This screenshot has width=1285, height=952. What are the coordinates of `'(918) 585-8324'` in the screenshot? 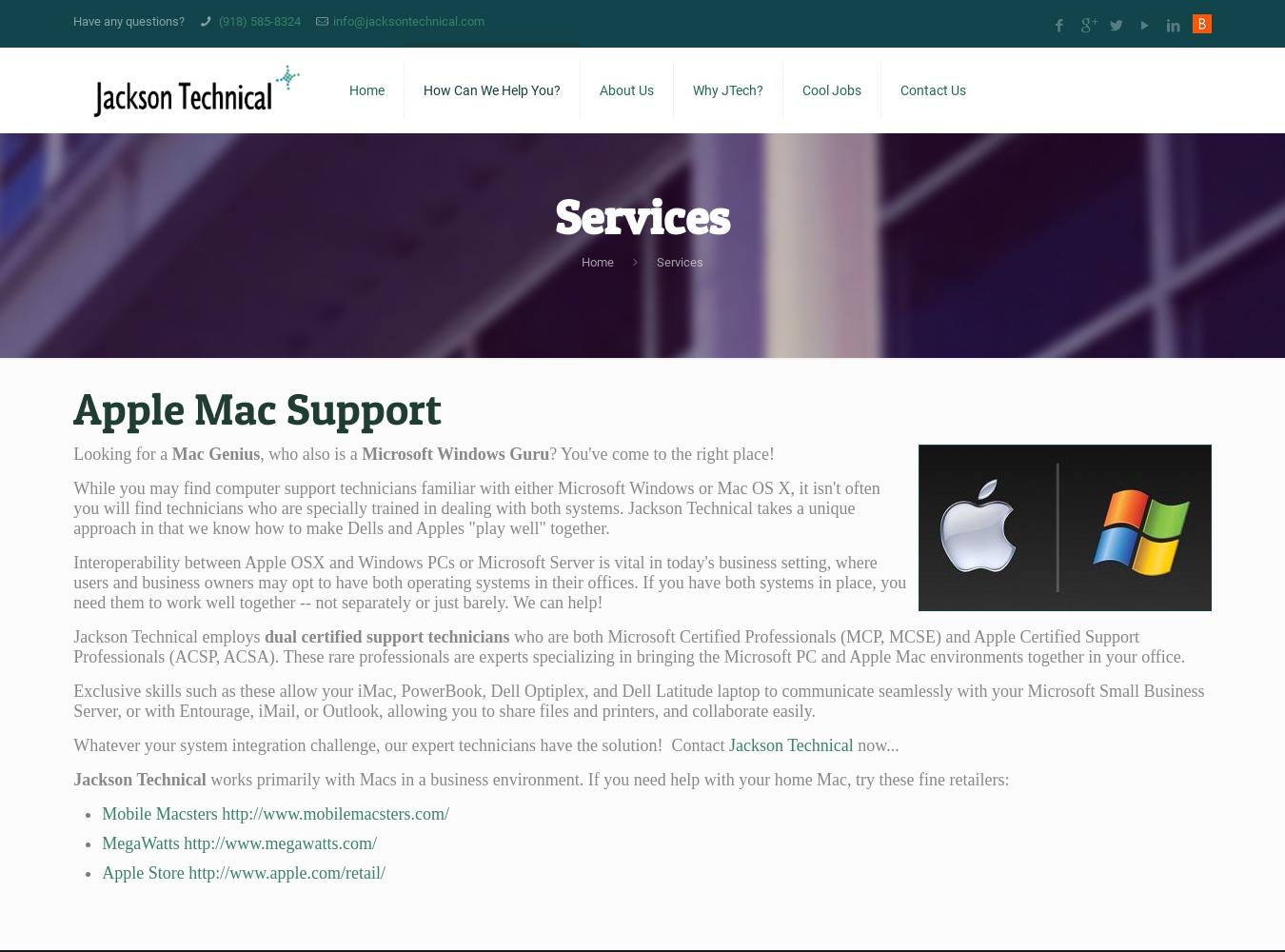 It's located at (258, 21).